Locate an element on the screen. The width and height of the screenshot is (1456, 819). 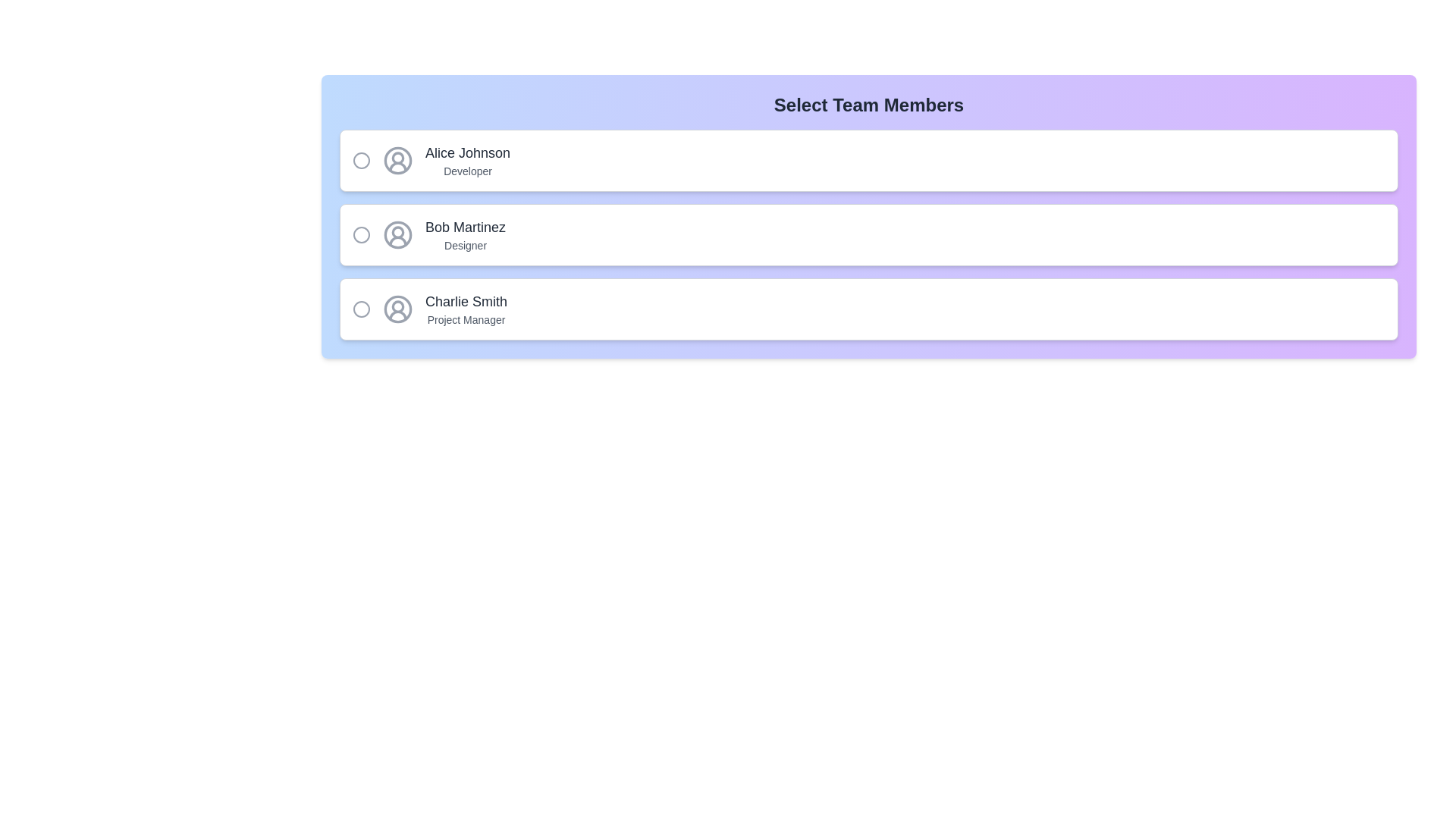
the User Profile Icon associated with 'Alice Johnson', which is a circular icon with a thin border and a human silhouette inside, located in the top-left corner of the icon list is located at coordinates (397, 161).